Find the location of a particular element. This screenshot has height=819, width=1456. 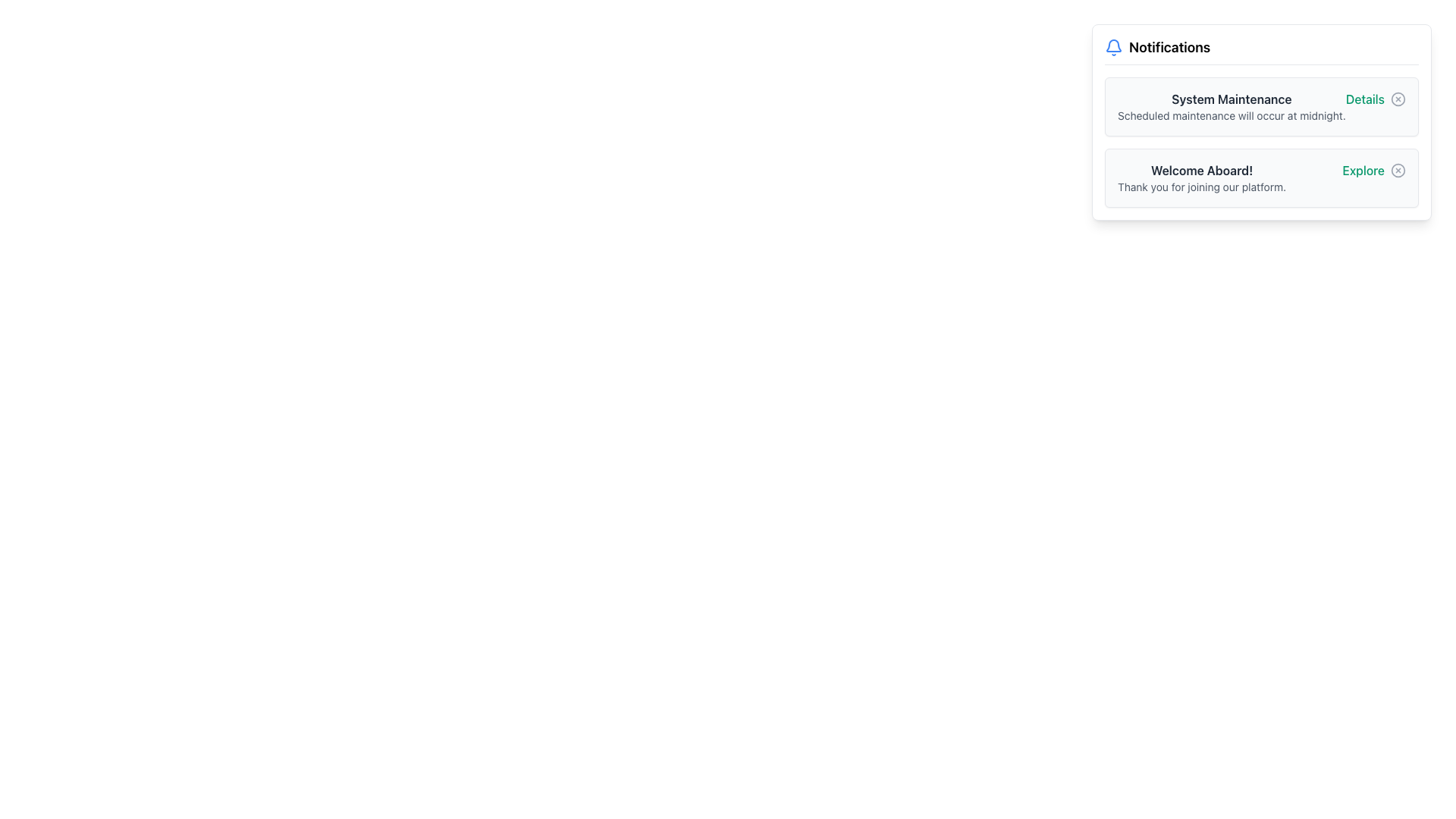

the navigational Text Label located in the bottom section of the notification panel, aligned to the right side, after the phrase 'Welcome Aboard!' is located at coordinates (1374, 170).